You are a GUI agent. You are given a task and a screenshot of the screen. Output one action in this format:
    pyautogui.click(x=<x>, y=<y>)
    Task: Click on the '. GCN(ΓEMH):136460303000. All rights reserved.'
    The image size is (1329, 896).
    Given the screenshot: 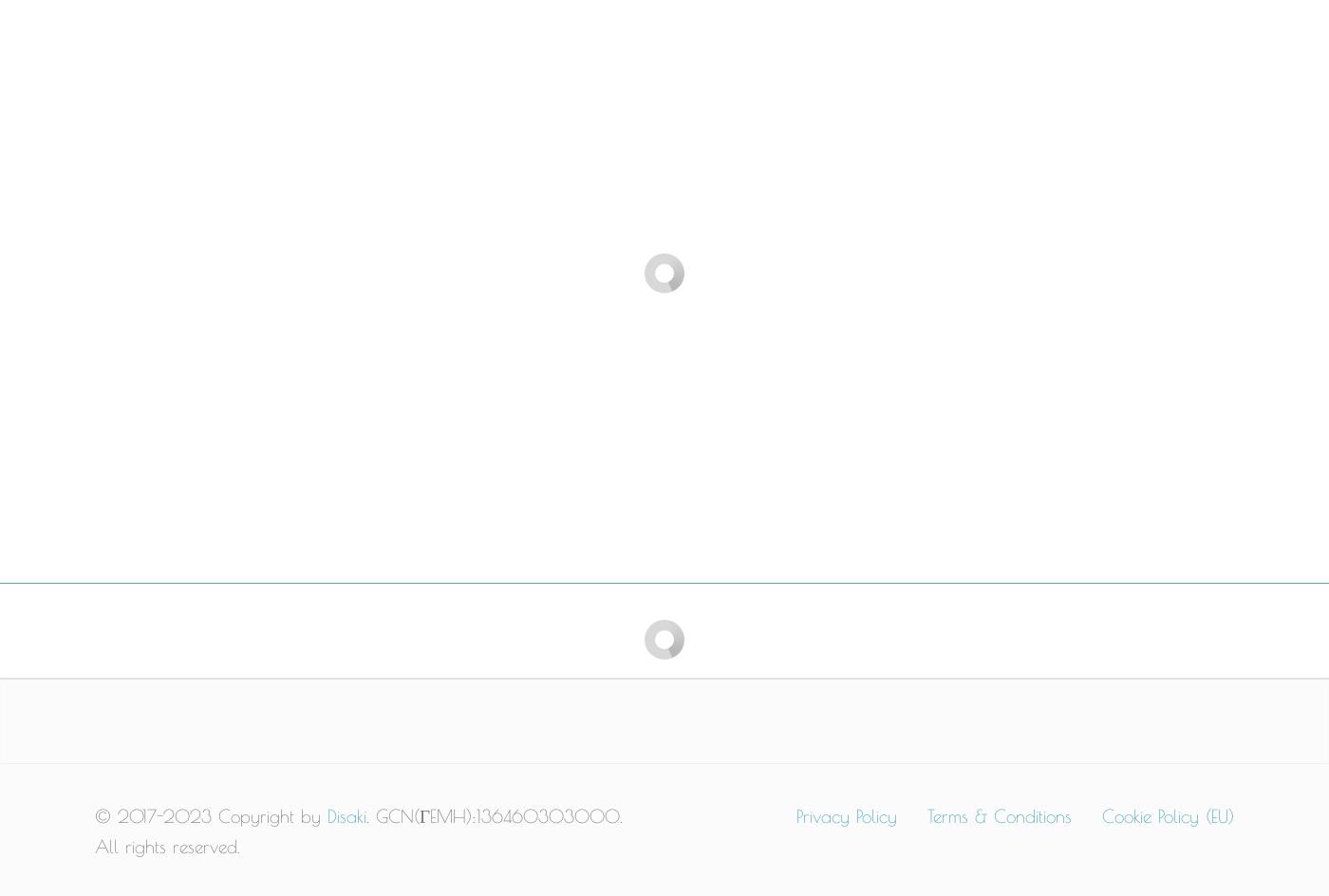 What is the action you would take?
    pyautogui.click(x=358, y=831)
    